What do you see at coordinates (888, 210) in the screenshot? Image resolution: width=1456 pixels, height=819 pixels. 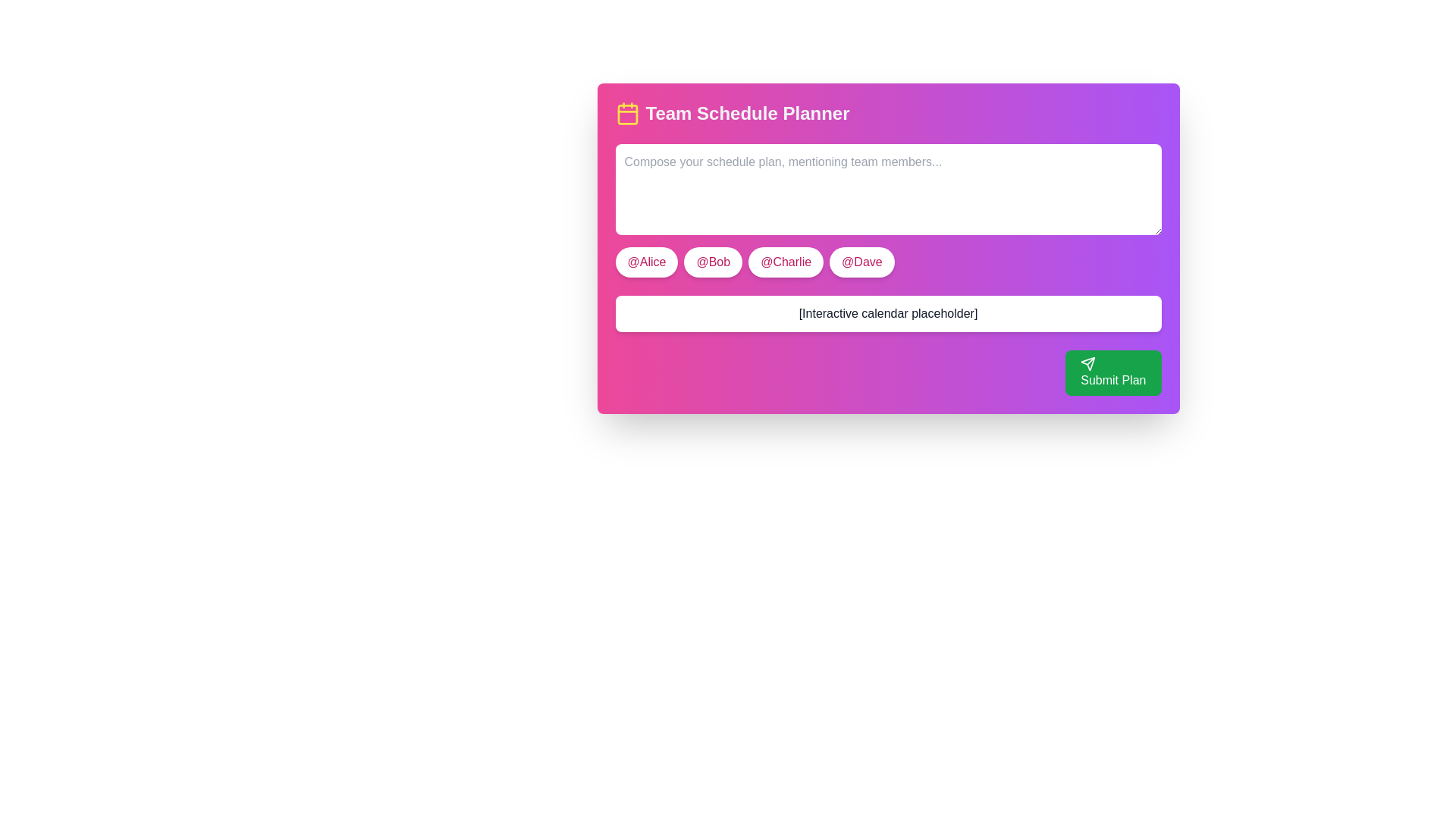 I see `the text in the rectangular text input area with a white background and rounded corners, which is located below the title 'Team Schedule Planner' and above the interactive team member tags` at bounding box center [888, 210].